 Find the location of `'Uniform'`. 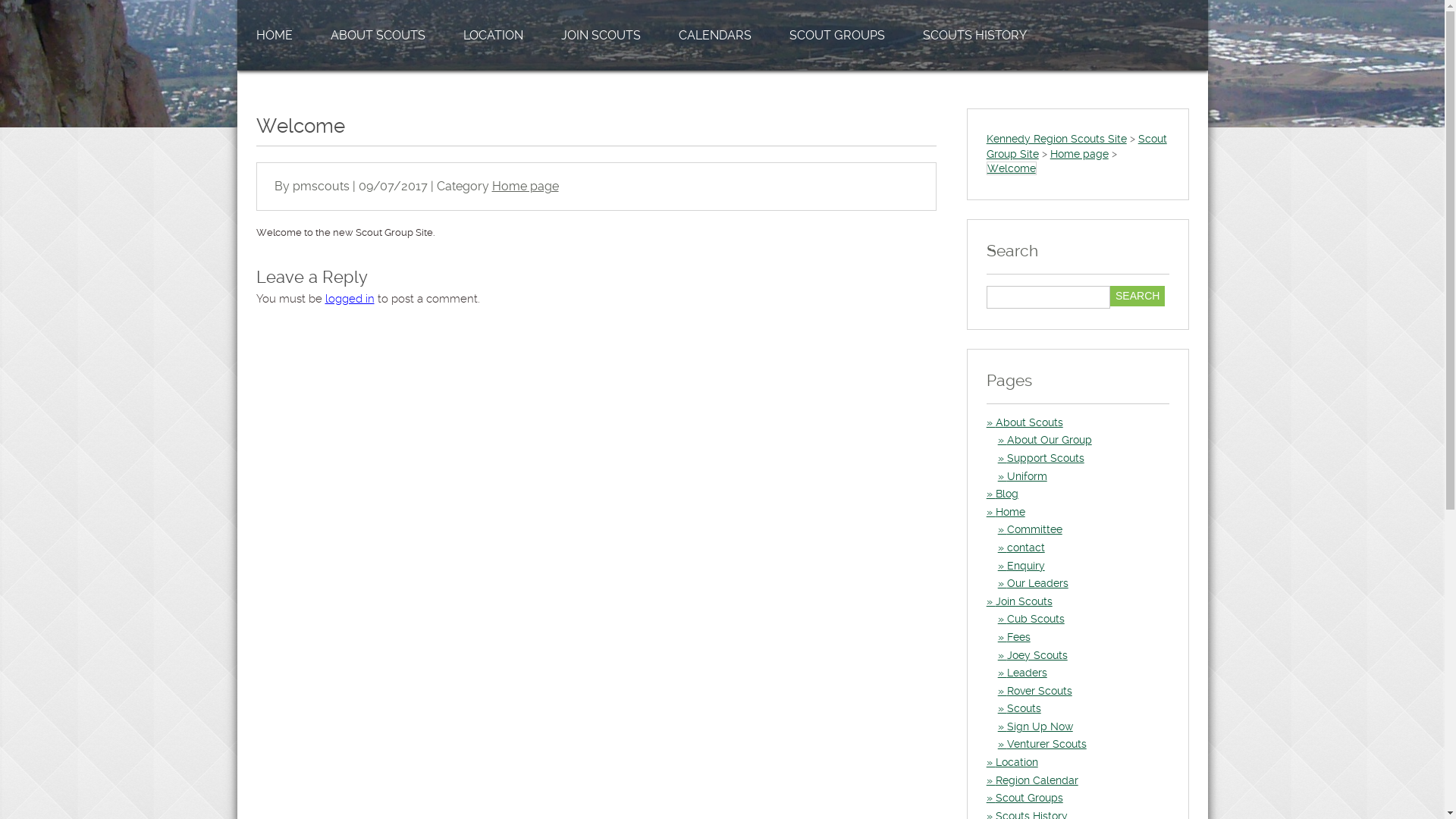

'Uniform' is located at coordinates (1022, 475).